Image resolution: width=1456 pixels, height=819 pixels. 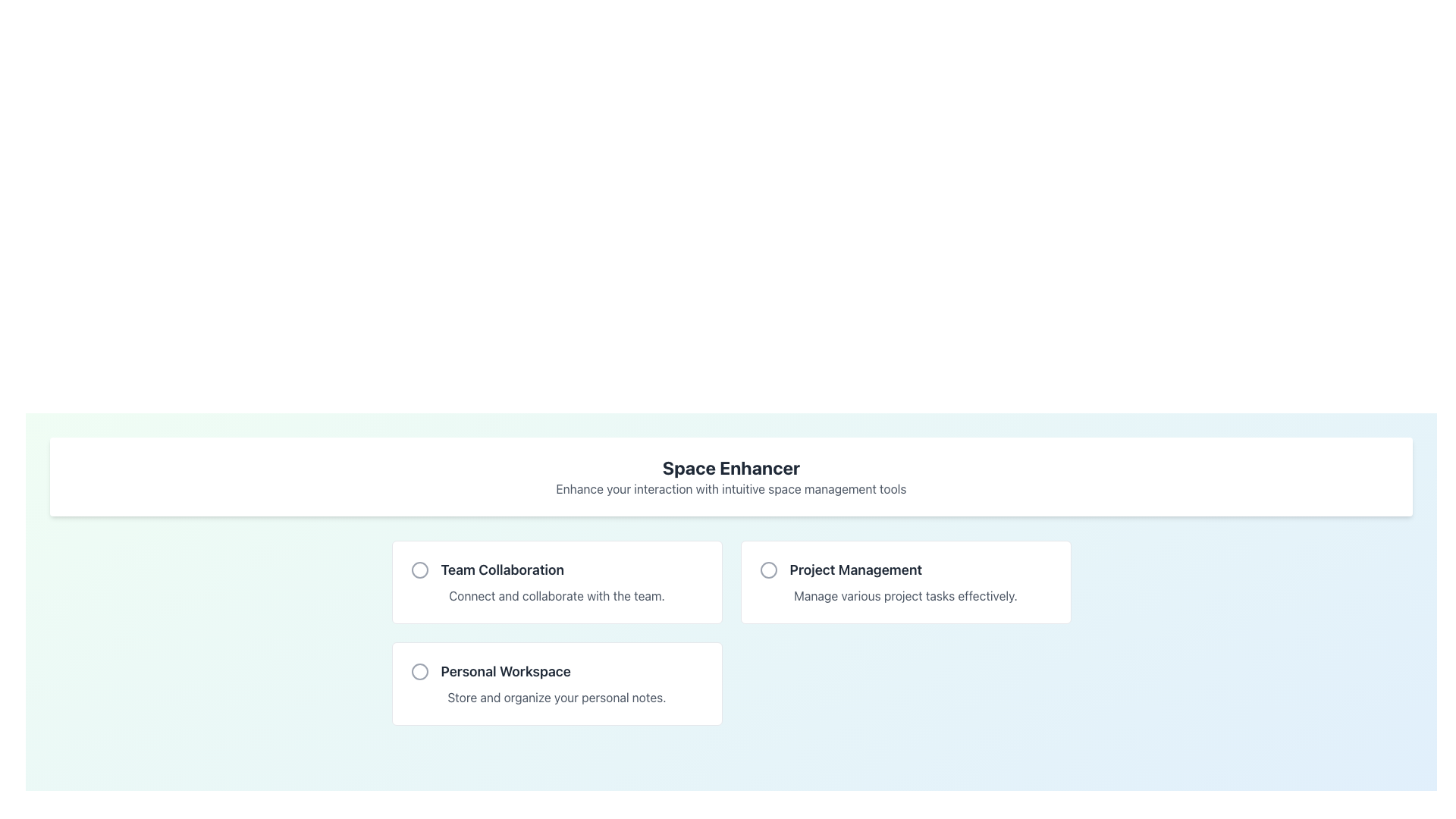 I want to click on the circular icon representing the 'Team Collaboration' option, located to the left of the text 'Team Collaboration', so click(x=419, y=570).